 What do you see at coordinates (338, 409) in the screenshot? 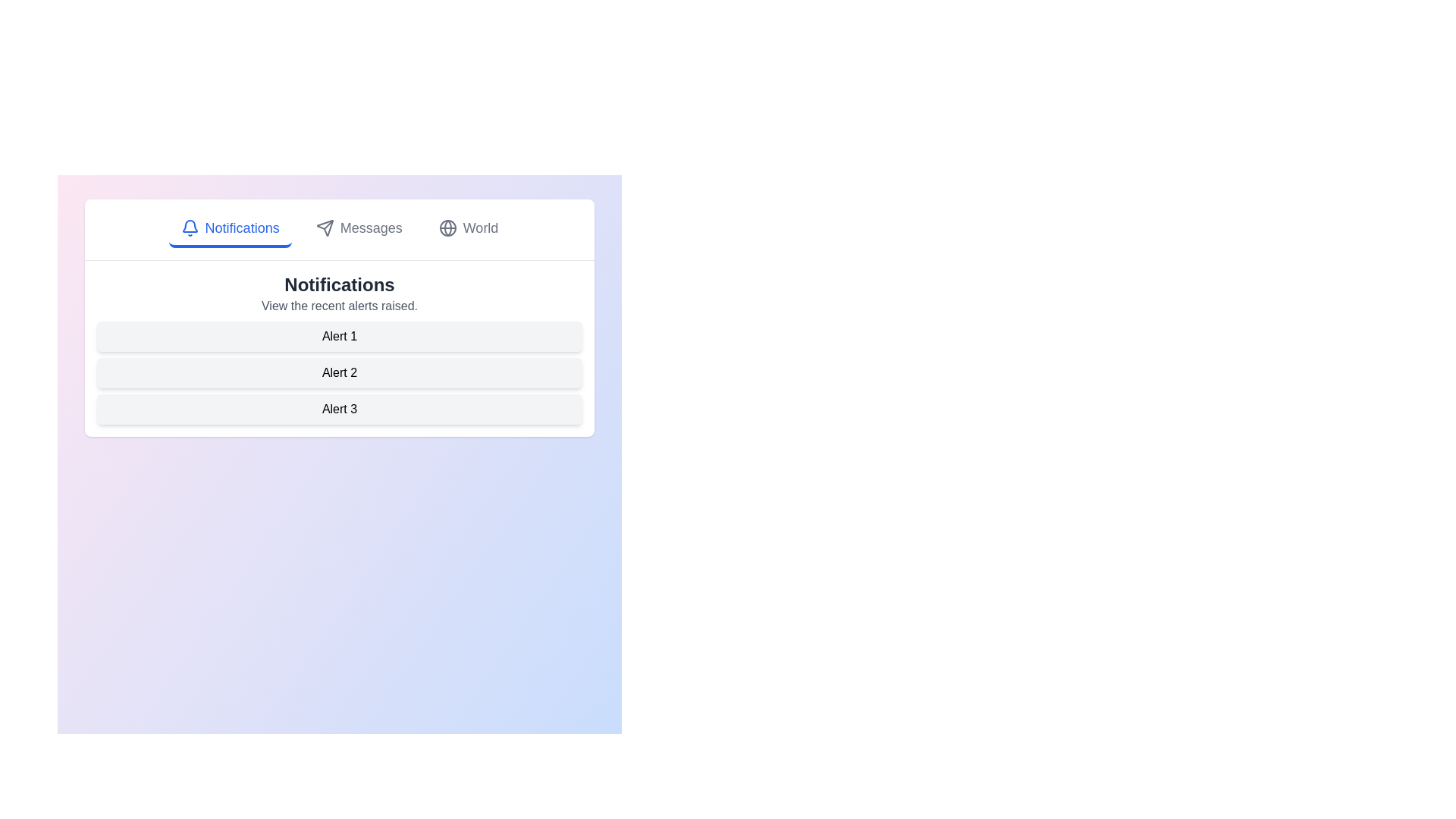
I see `the item Alert 3 from the list` at bounding box center [338, 409].